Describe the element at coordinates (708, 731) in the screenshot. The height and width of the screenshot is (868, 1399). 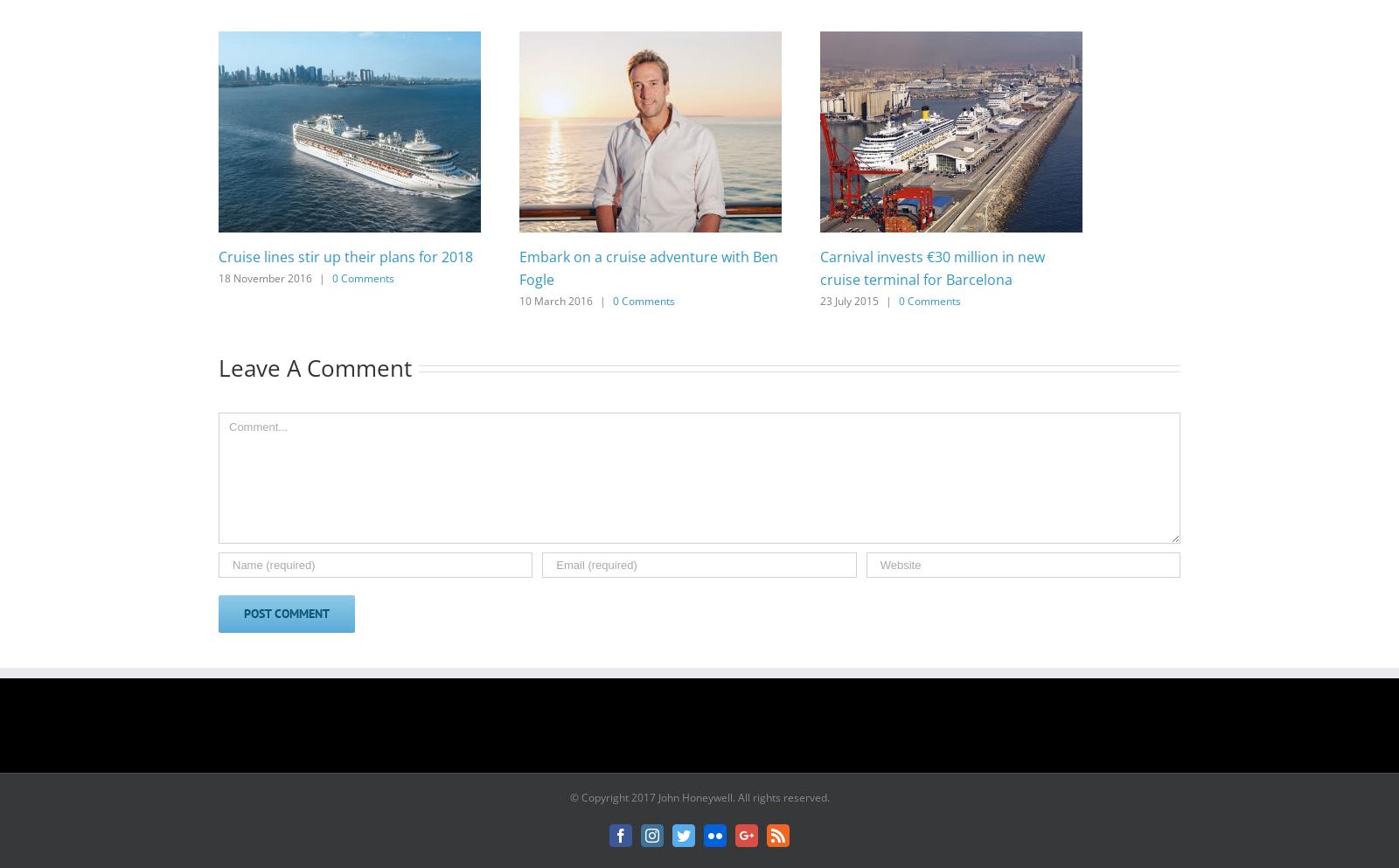
I see `'Follow on Instagram'` at that location.